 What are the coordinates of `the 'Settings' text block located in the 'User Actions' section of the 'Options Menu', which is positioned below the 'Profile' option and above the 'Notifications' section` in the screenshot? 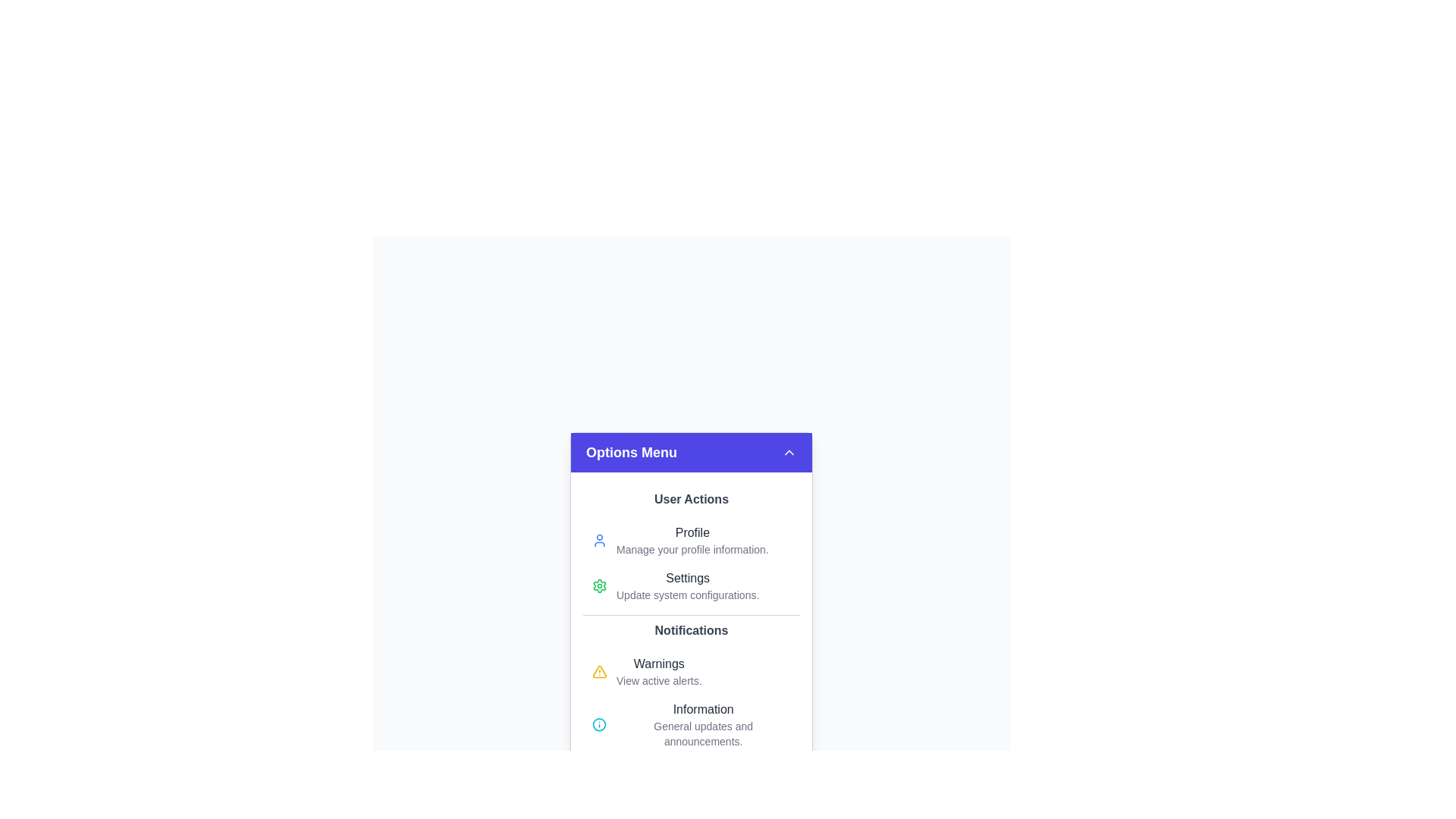 It's located at (687, 585).